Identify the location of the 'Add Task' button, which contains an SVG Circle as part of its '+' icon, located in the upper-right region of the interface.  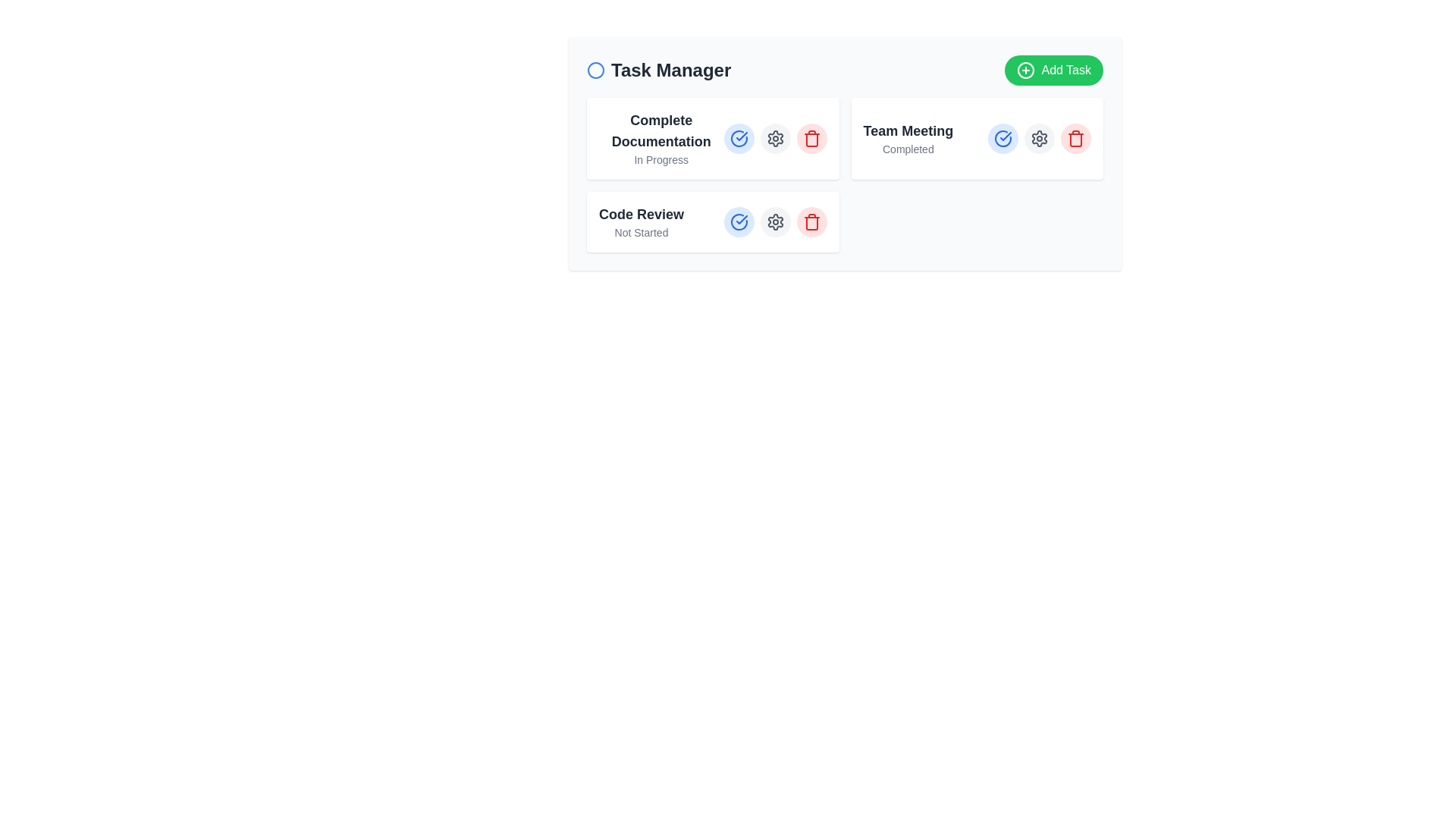
(1026, 70).